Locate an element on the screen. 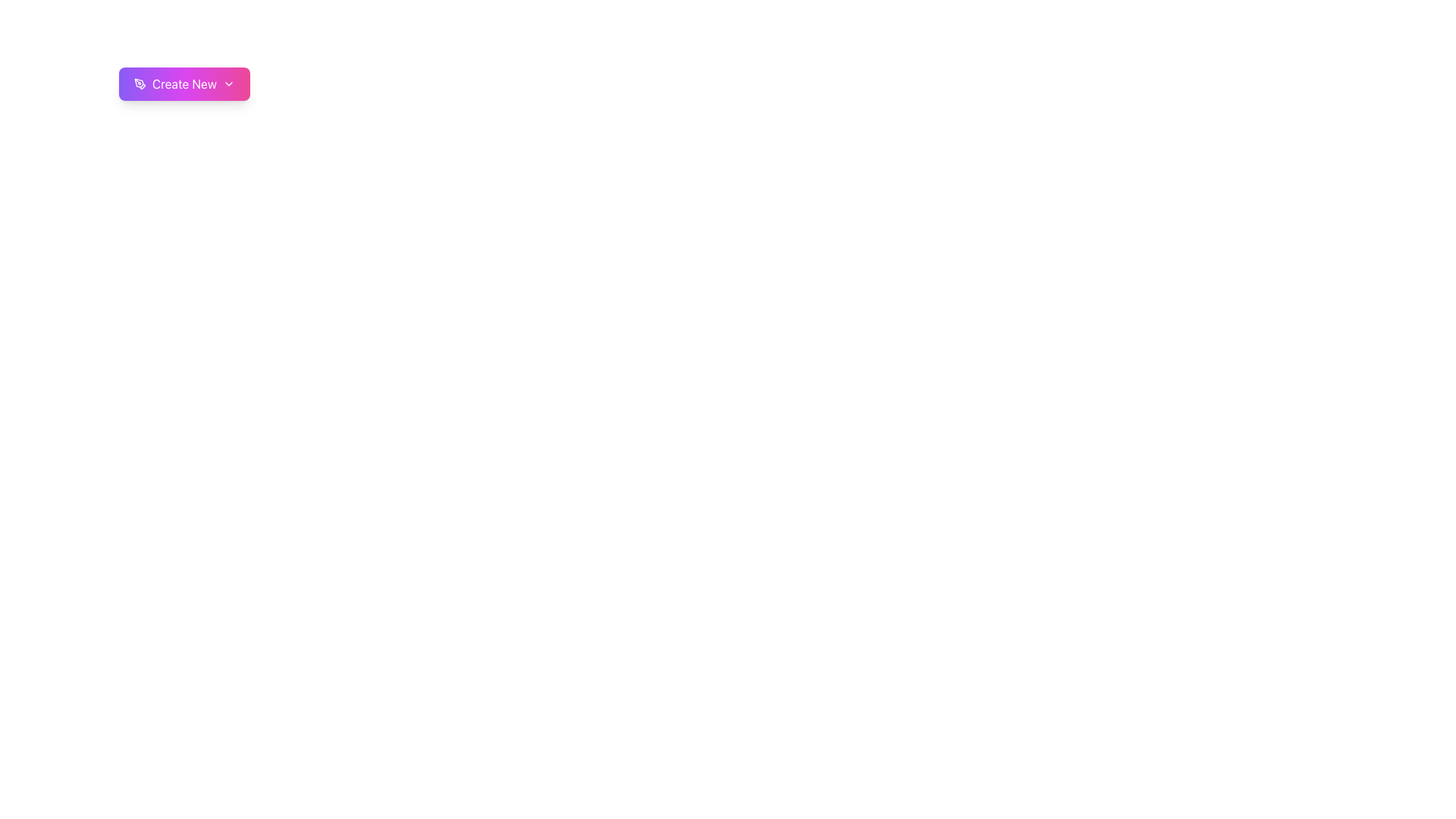  the small icon located on the left side of the 'Create New' button, which has a vibrant gradient from purple to pink is located at coordinates (139, 83).